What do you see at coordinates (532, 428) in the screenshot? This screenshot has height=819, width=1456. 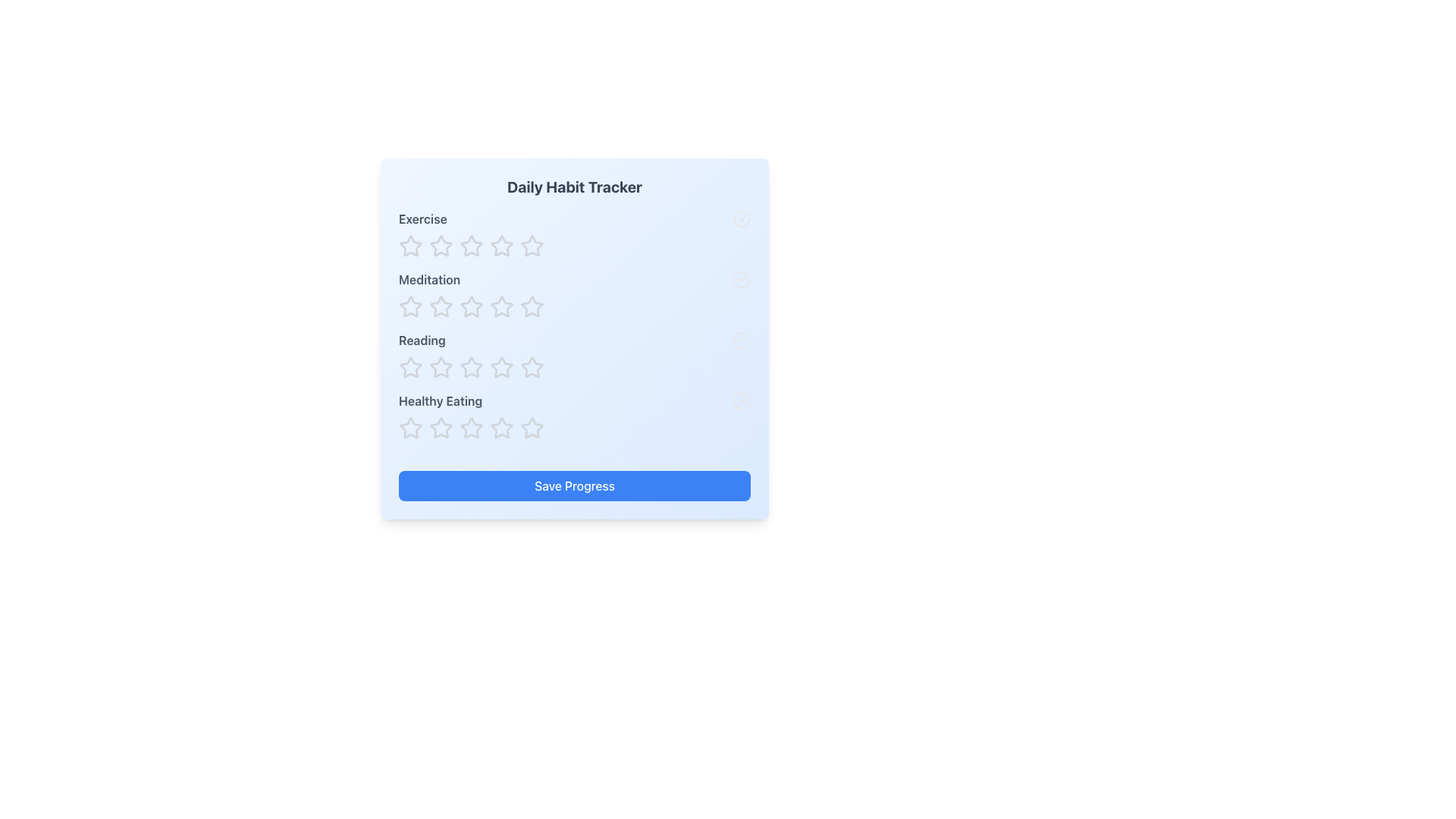 I see `the fifth star in the rating system for 'Healthy Eating'` at bounding box center [532, 428].